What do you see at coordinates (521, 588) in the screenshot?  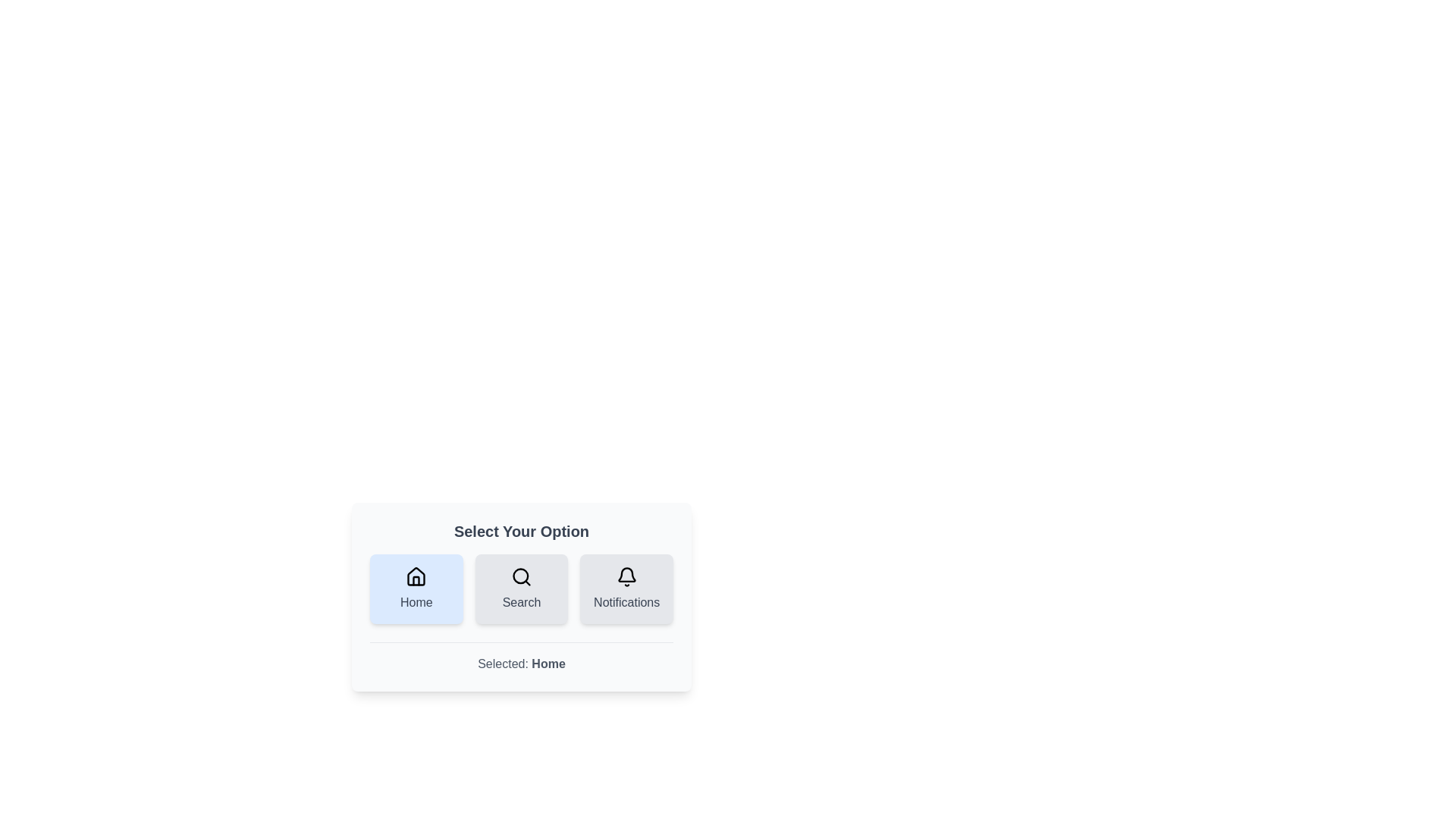 I see `the Search button to select it` at bounding box center [521, 588].